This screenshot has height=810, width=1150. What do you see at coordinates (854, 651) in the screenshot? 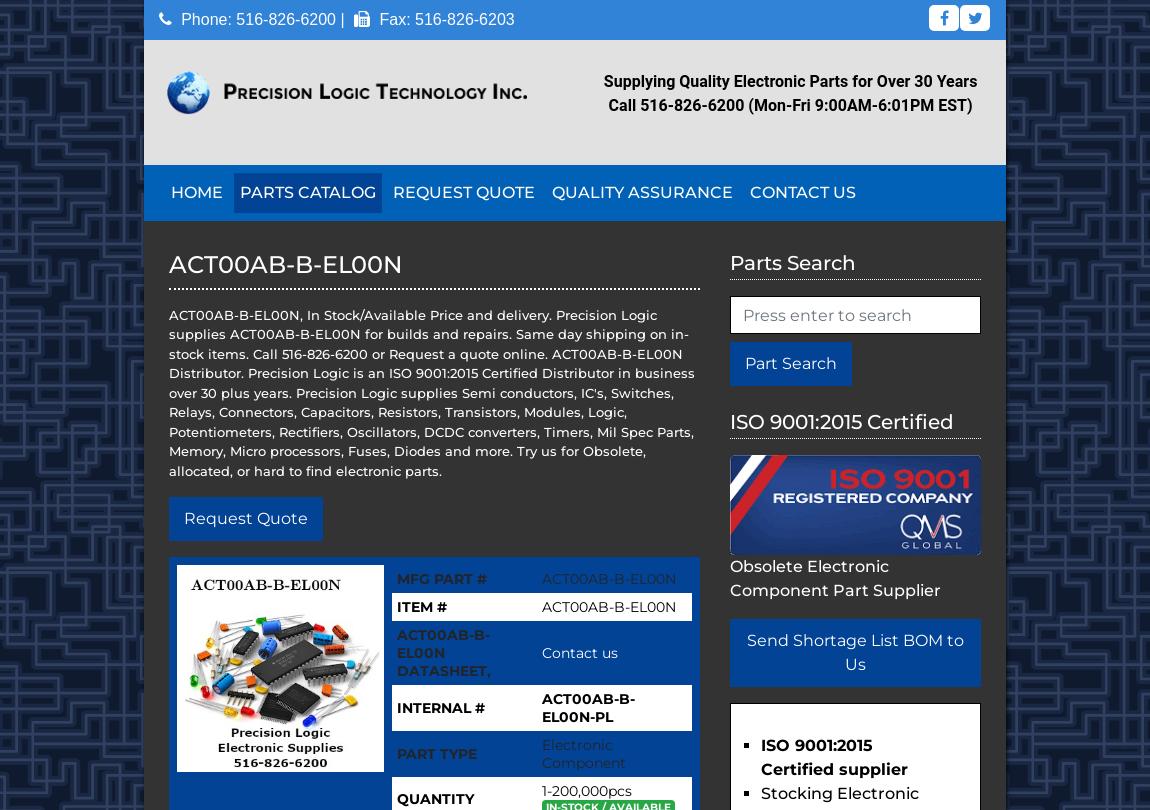
I see `'Send Shortage List BOM to Us'` at bounding box center [854, 651].